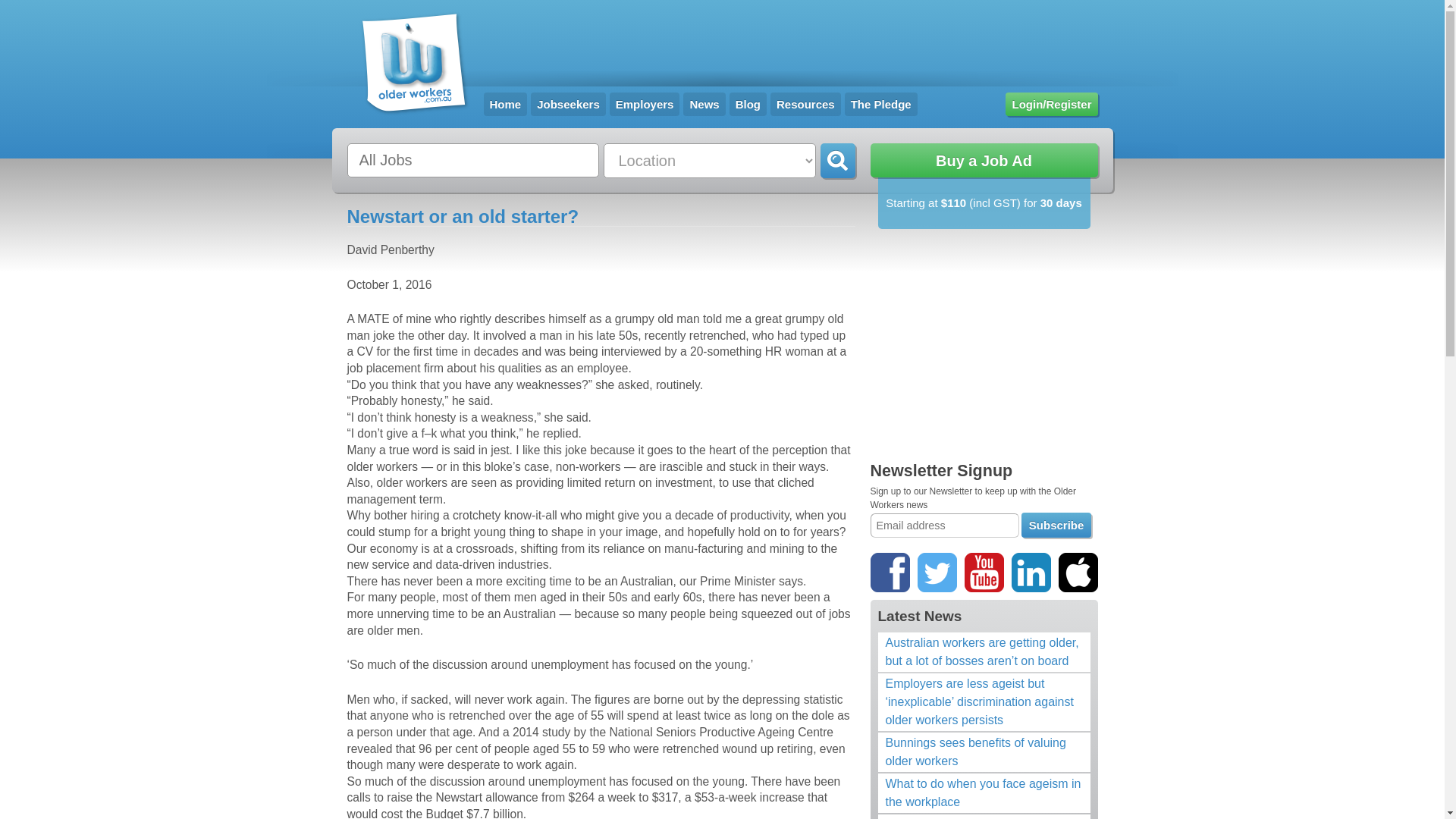 The height and width of the screenshot is (819, 1456). I want to click on 'Advertisement', so click(984, 348).